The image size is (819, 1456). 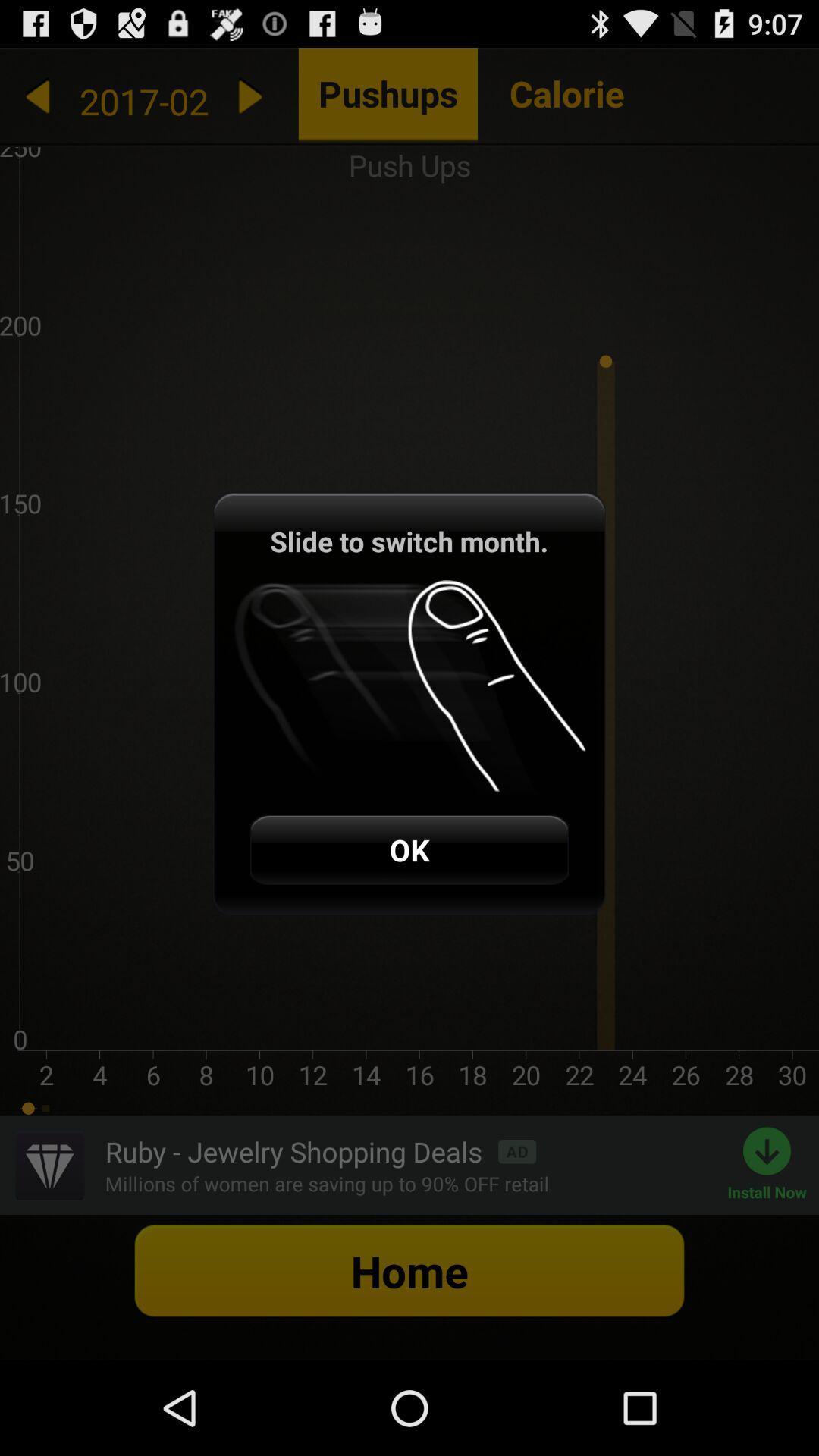 What do you see at coordinates (409, 849) in the screenshot?
I see `the ok` at bounding box center [409, 849].